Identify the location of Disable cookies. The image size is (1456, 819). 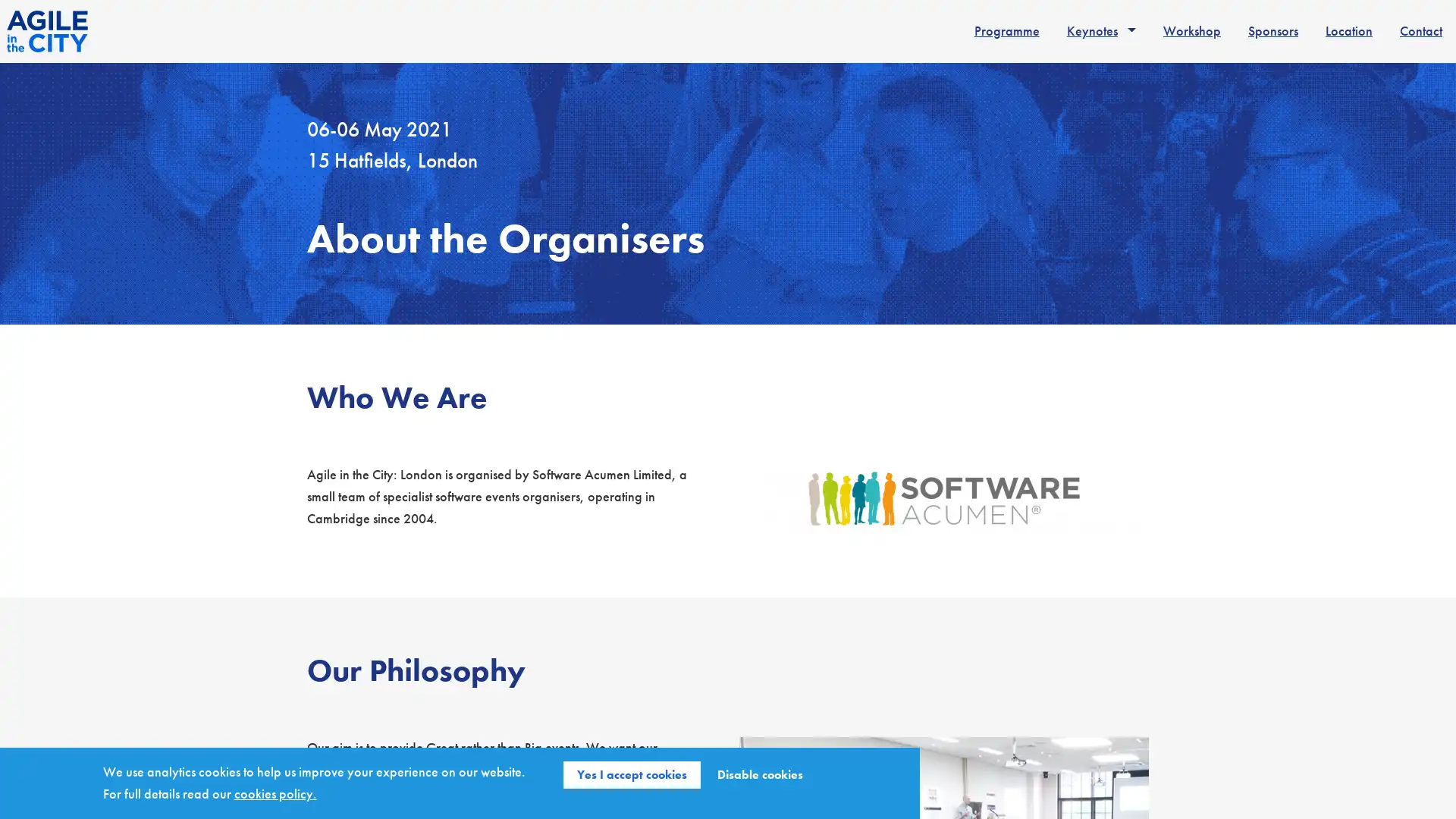
(760, 775).